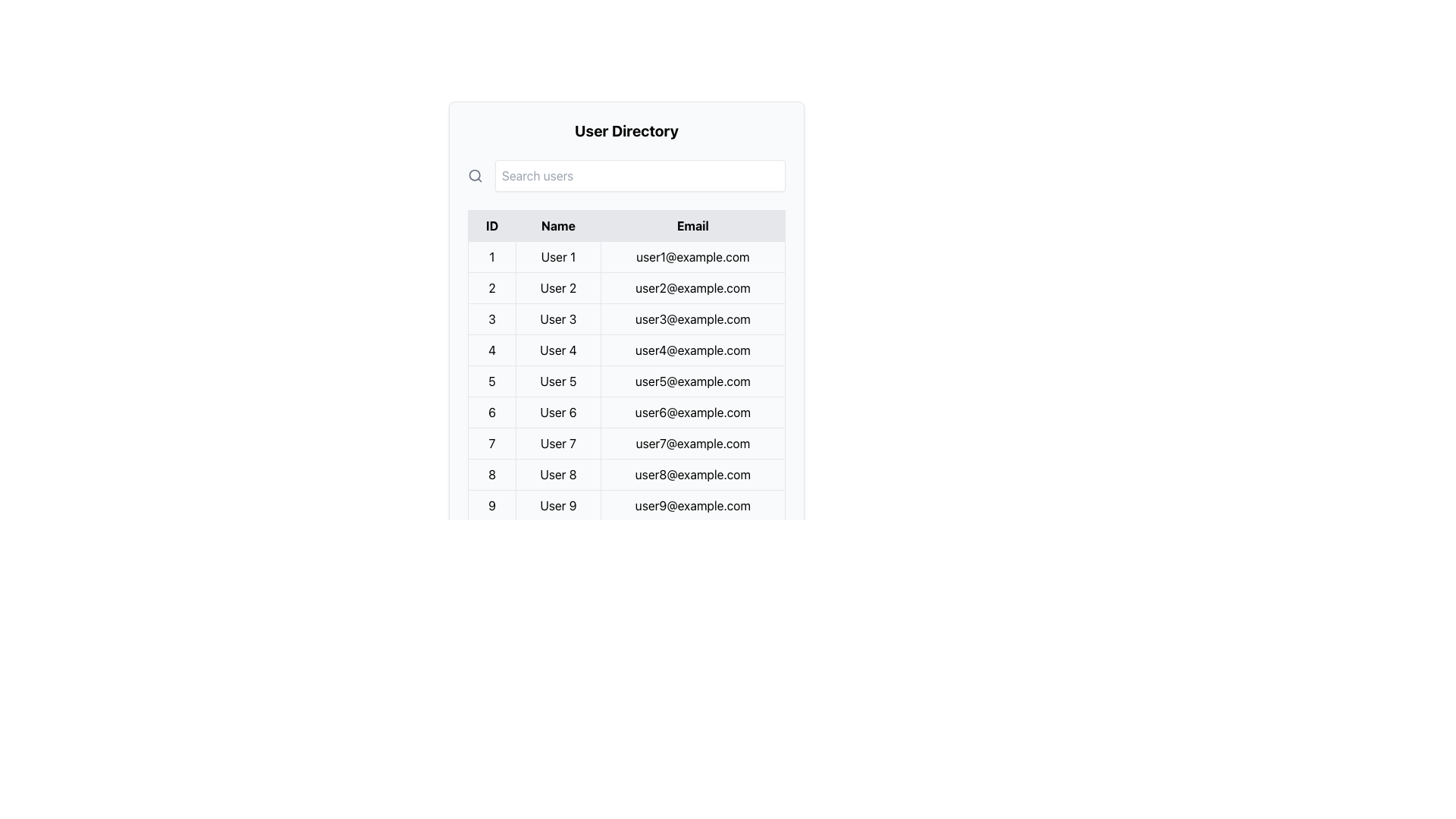 The image size is (1456, 819). Describe the element at coordinates (626, 288) in the screenshot. I see `the second row of the 'User Directory' table displaying user ID '2', name 'User 2', and email 'user2@example.com'` at that location.